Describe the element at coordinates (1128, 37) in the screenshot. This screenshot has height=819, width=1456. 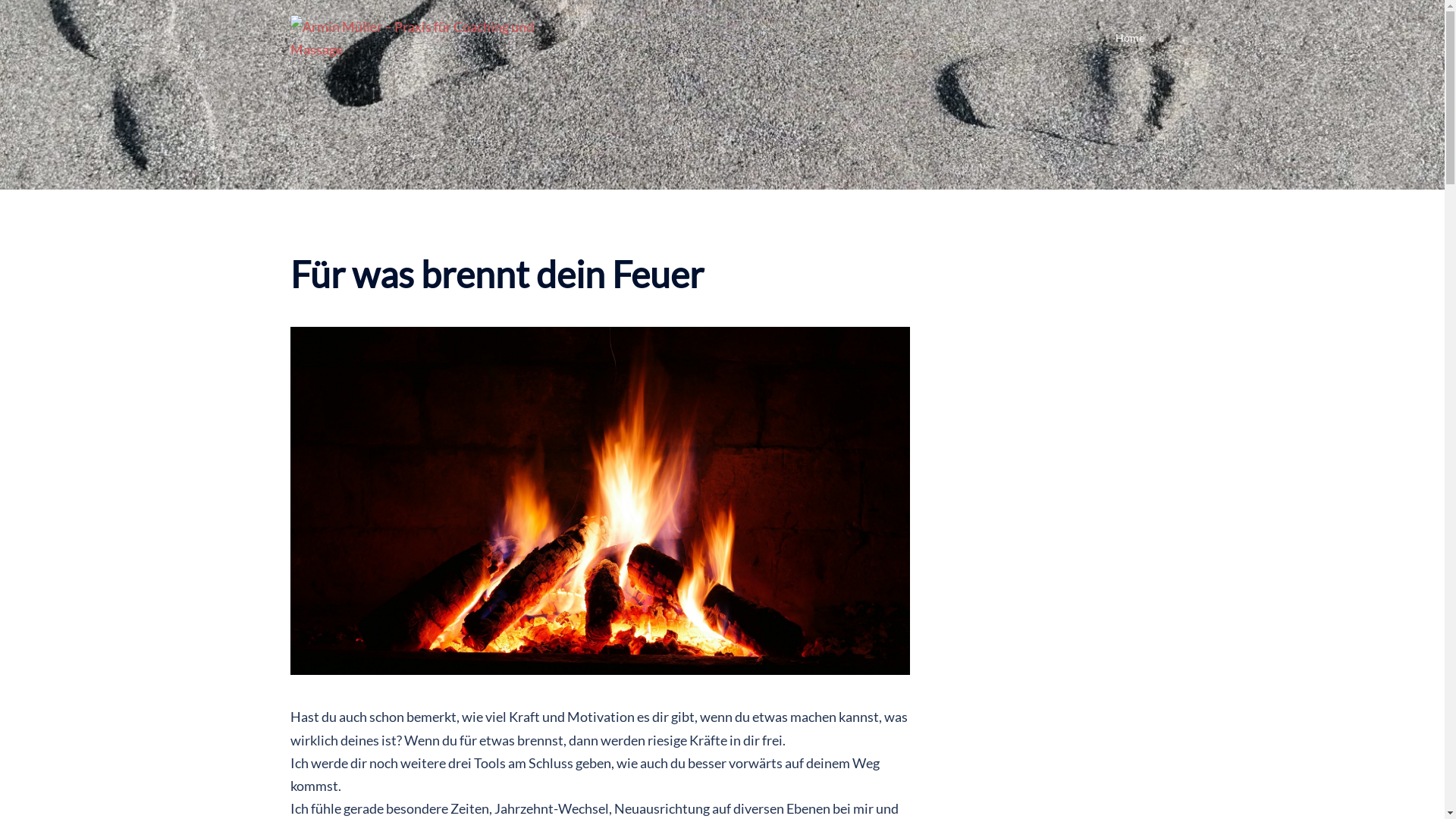
I see `'Home'` at that location.